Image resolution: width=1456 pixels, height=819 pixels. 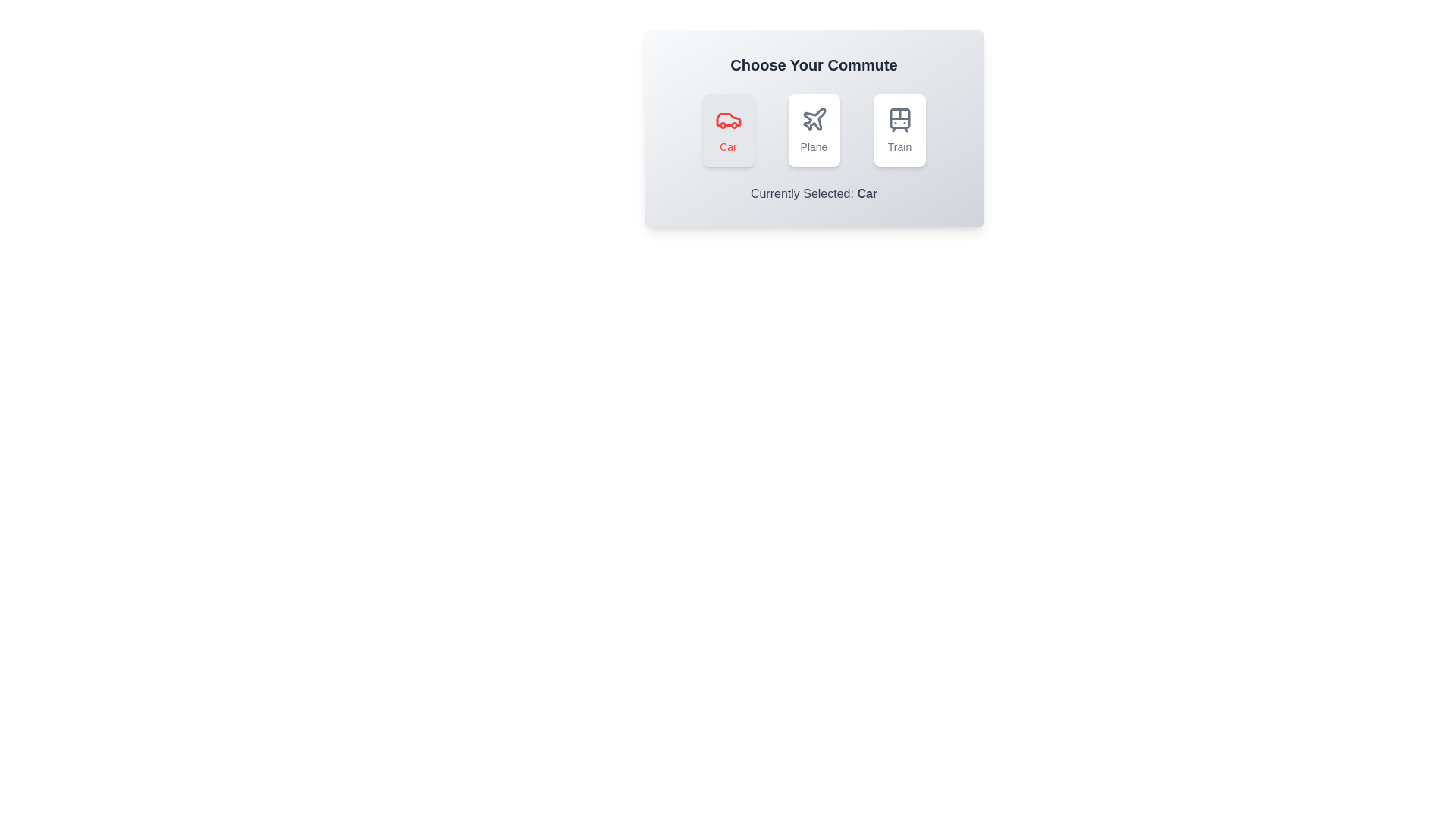 I want to click on the button corresponding to the transportation mode Plane, so click(x=813, y=130).